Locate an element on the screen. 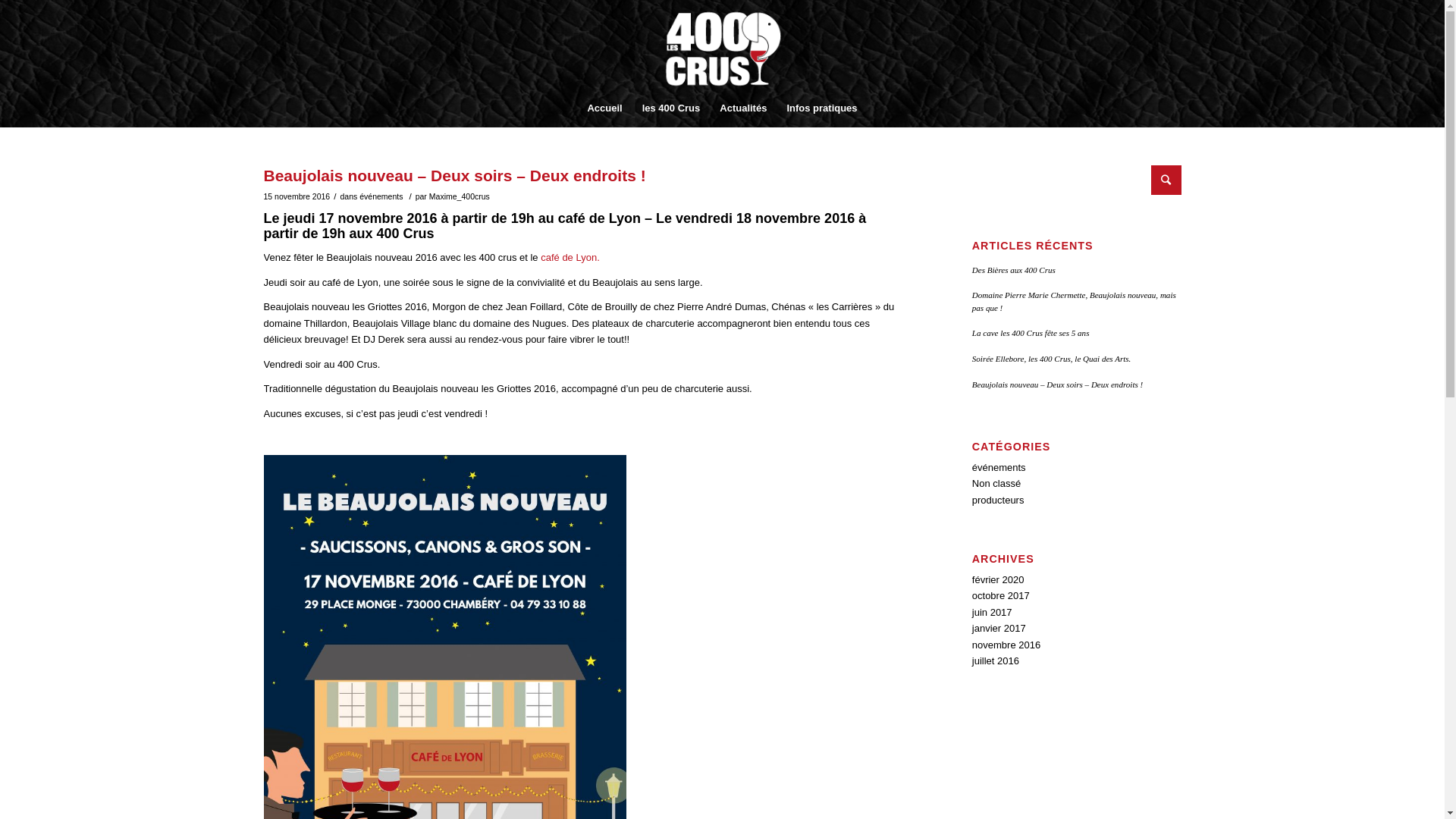 The height and width of the screenshot is (819, 1456). 'juillet 2016' is located at coordinates (971, 660).